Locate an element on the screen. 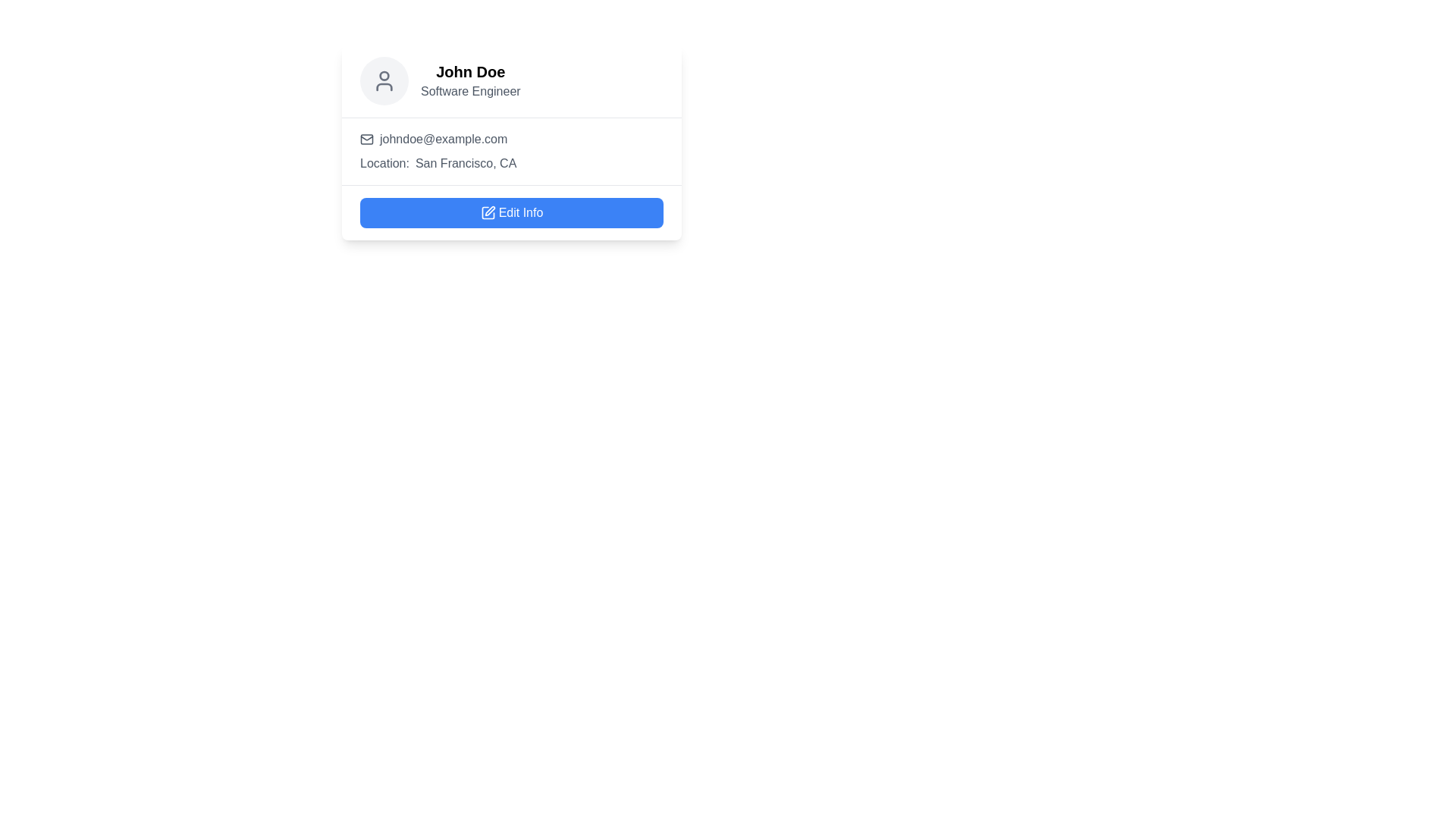  the edit button located at the bottom section of the profile card to activate accessibility features is located at coordinates (512, 213).